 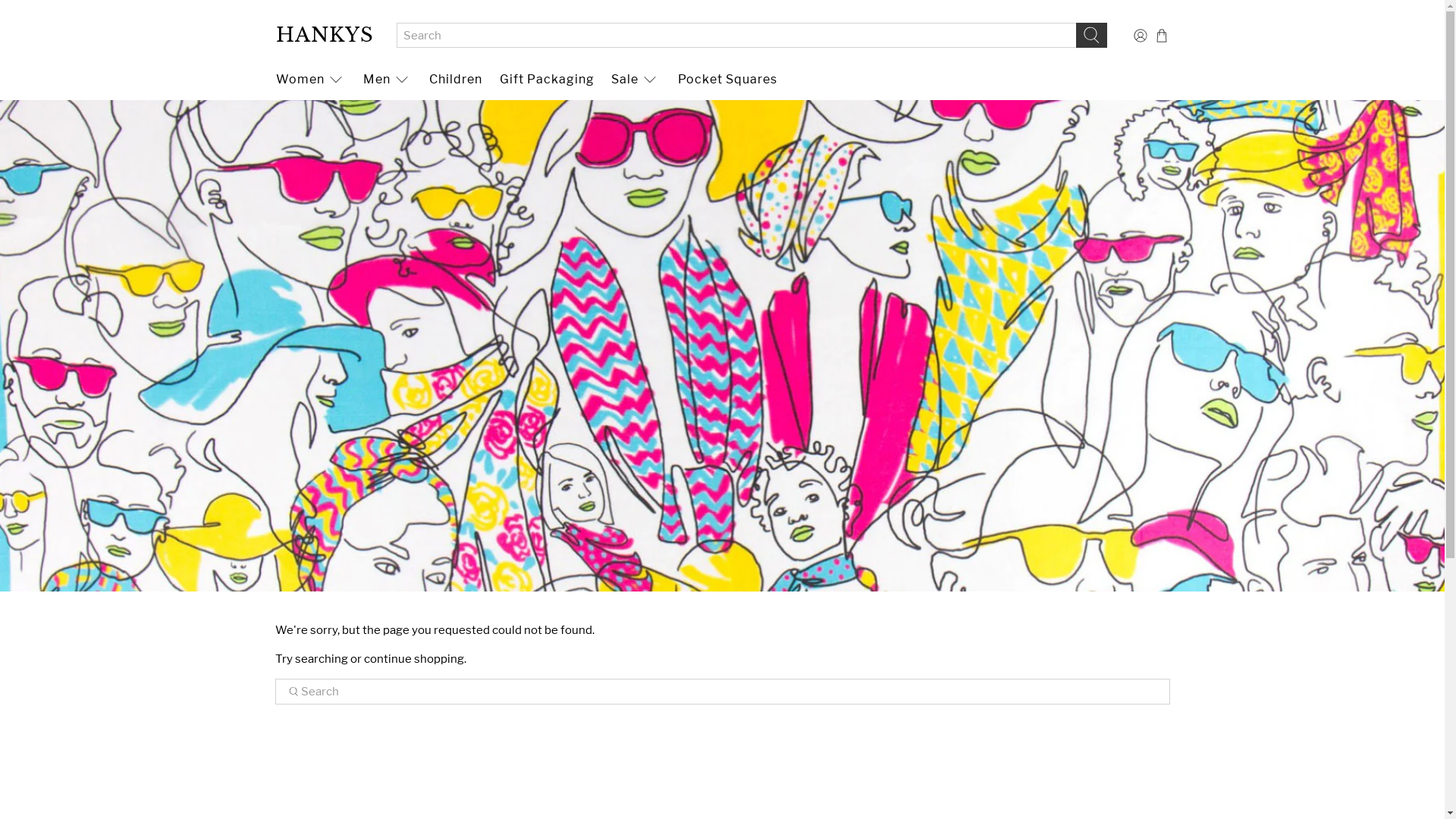 I want to click on 'Children', so click(x=455, y=79).